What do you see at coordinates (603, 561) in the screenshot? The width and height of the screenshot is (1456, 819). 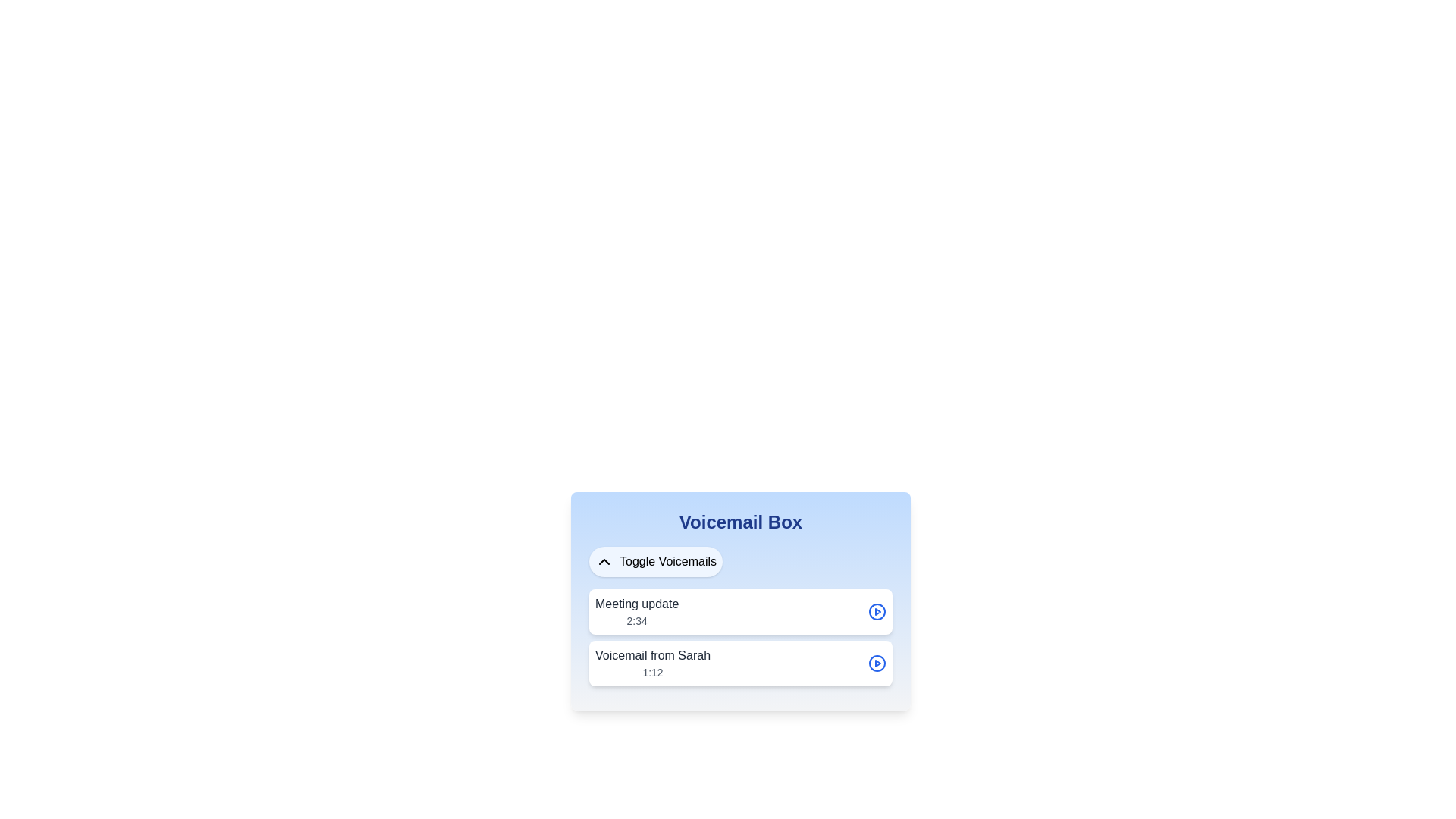 I see `the chevron-up icon within the 'Toggle Voicemails' button` at bounding box center [603, 561].